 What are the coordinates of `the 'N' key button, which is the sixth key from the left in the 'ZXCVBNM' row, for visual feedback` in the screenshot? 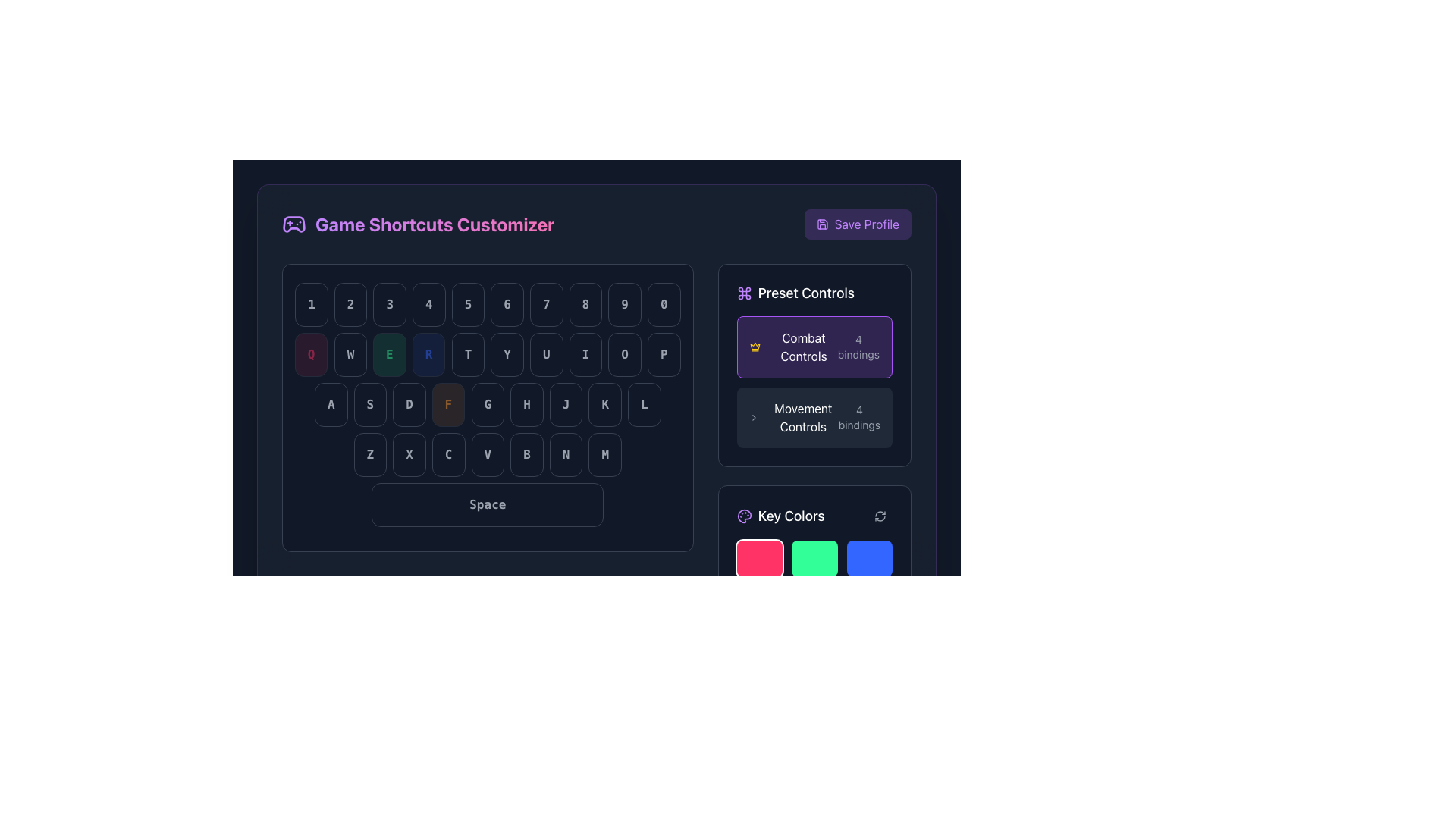 It's located at (565, 454).